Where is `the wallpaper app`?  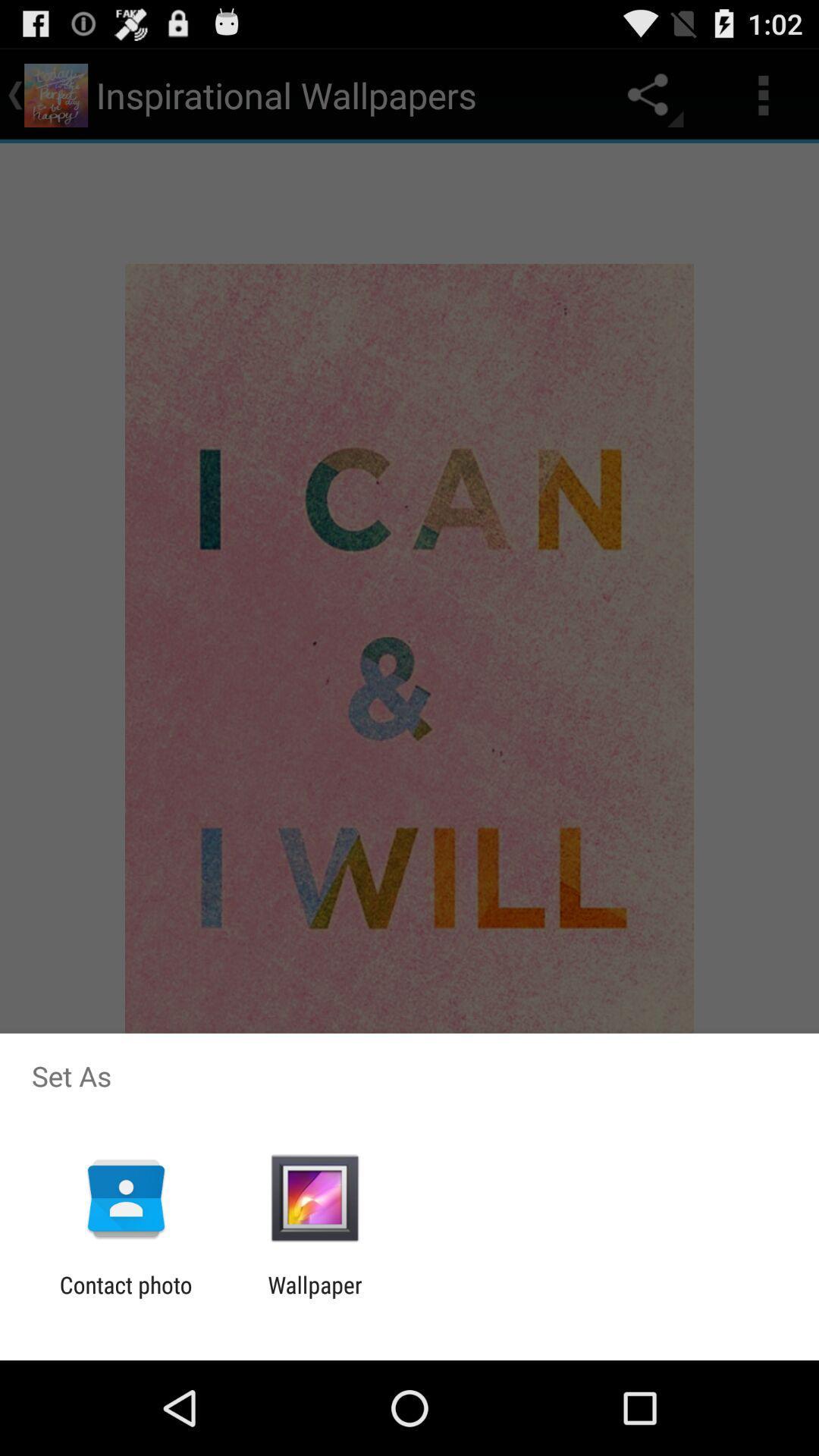
the wallpaper app is located at coordinates (314, 1298).